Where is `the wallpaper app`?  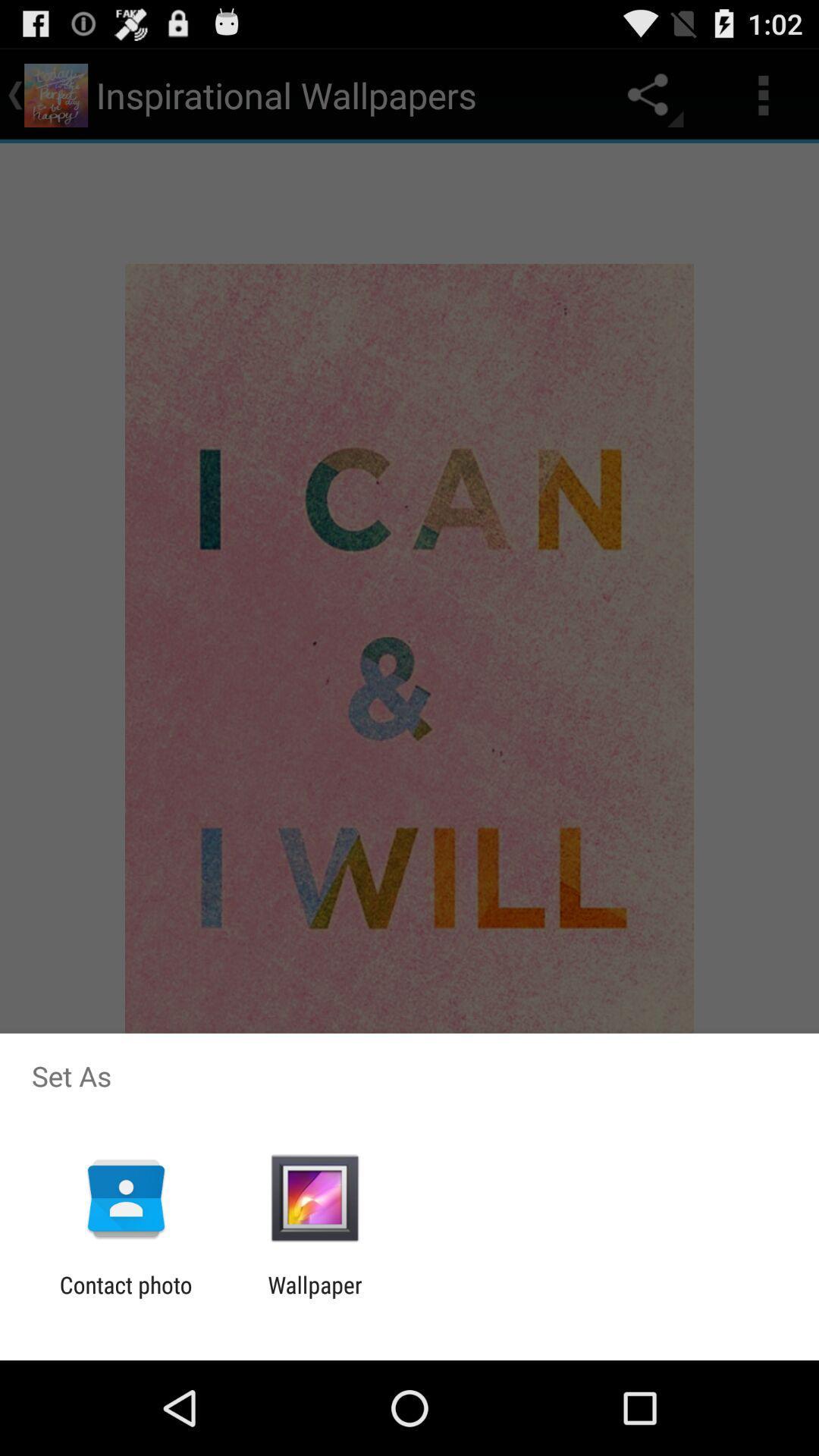
the wallpaper app is located at coordinates (314, 1298).